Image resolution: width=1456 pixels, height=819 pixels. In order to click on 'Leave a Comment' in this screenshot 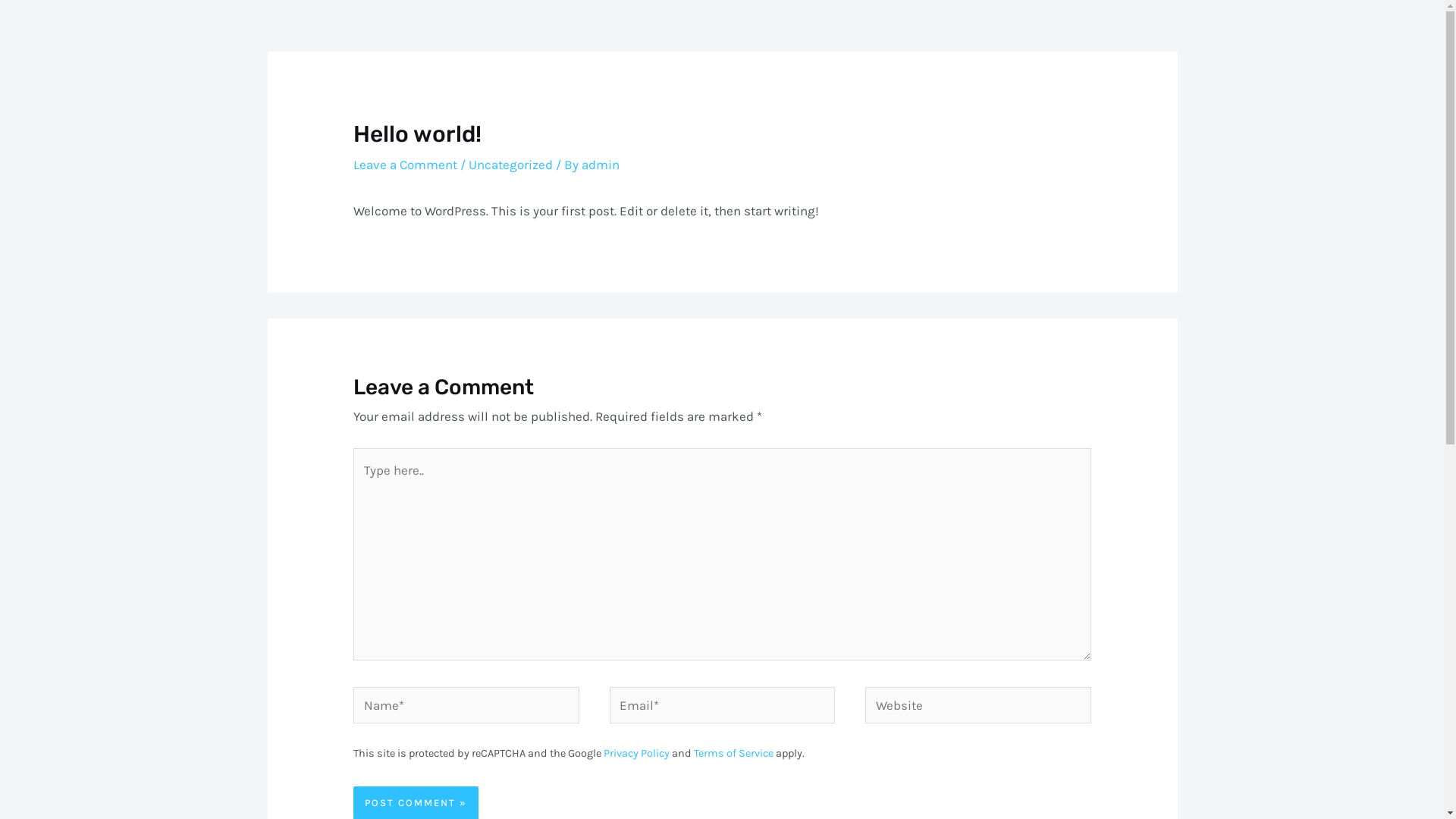, I will do `click(405, 164)`.